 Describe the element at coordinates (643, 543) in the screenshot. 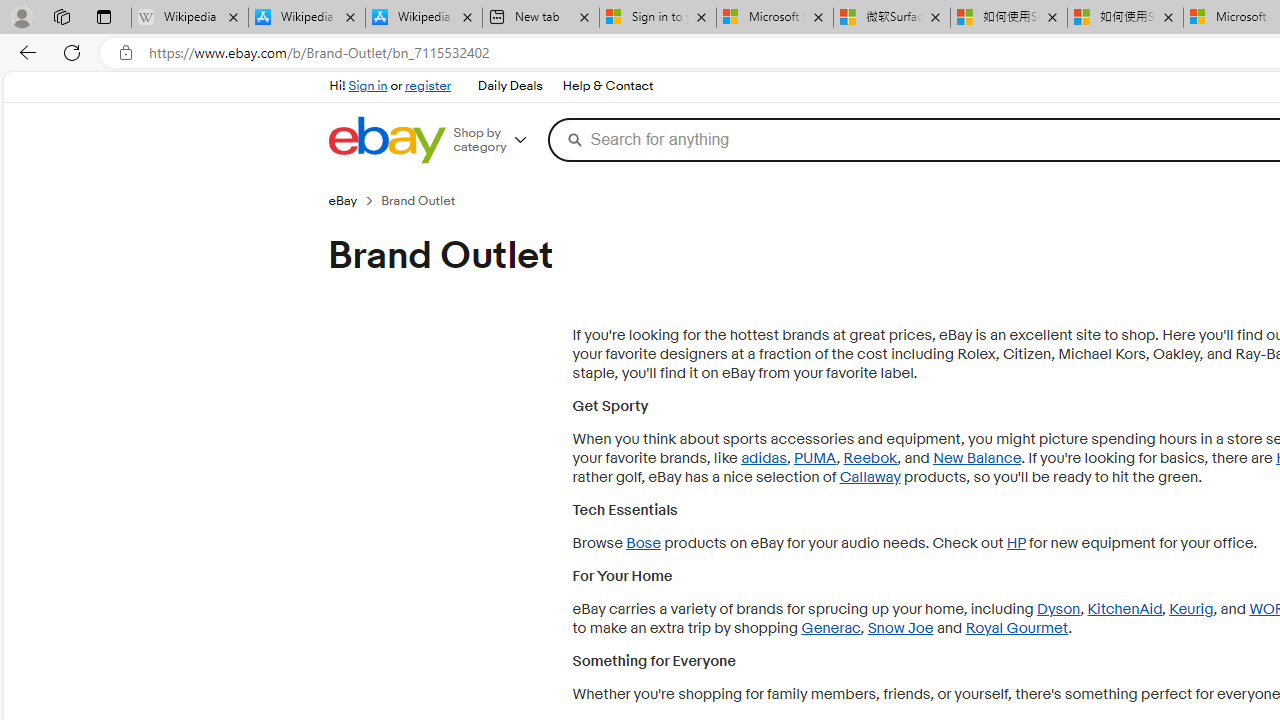

I see `'Bose'` at that location.